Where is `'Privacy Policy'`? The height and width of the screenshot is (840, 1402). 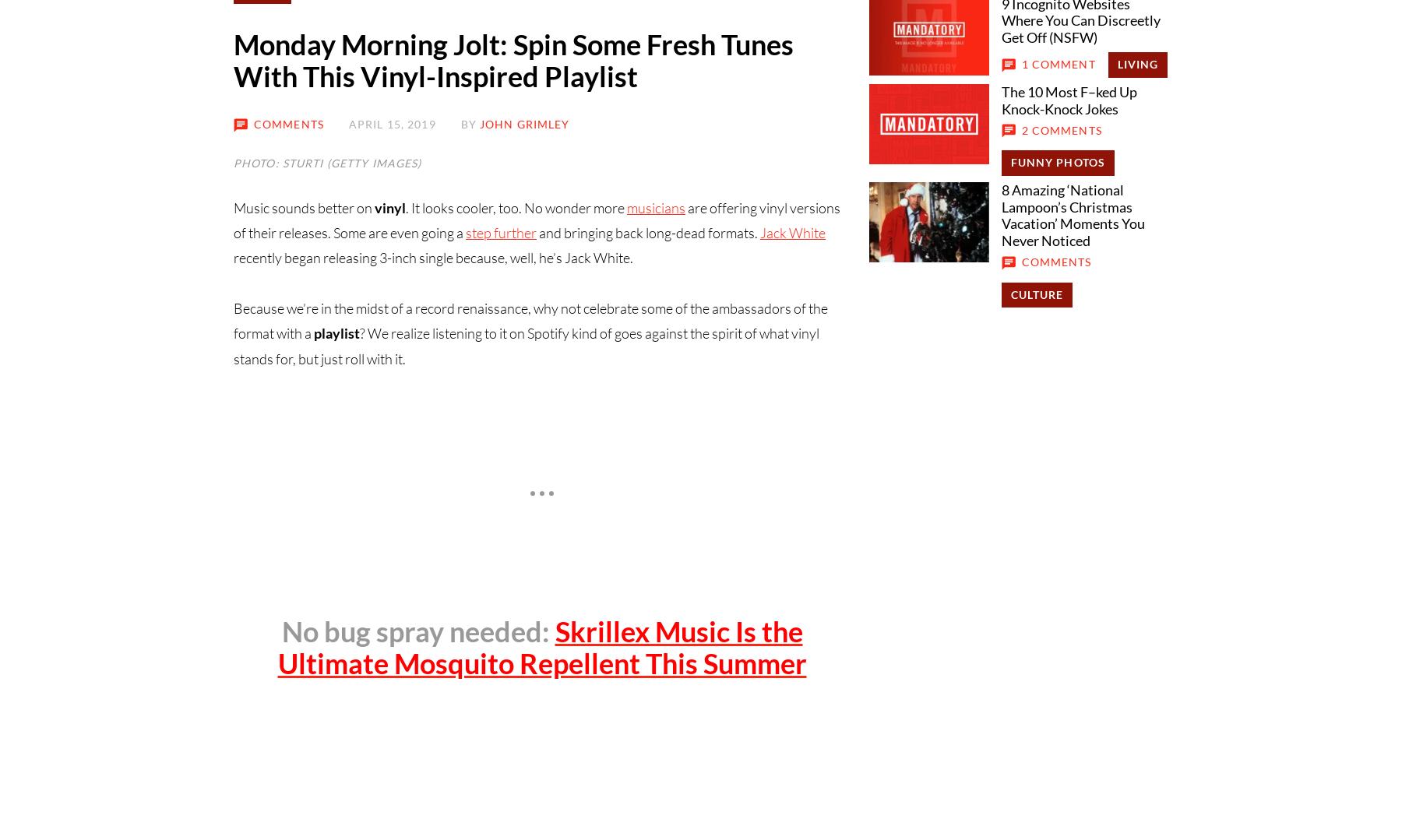
'Privacy Policy' is located at coordinates (579, 377).